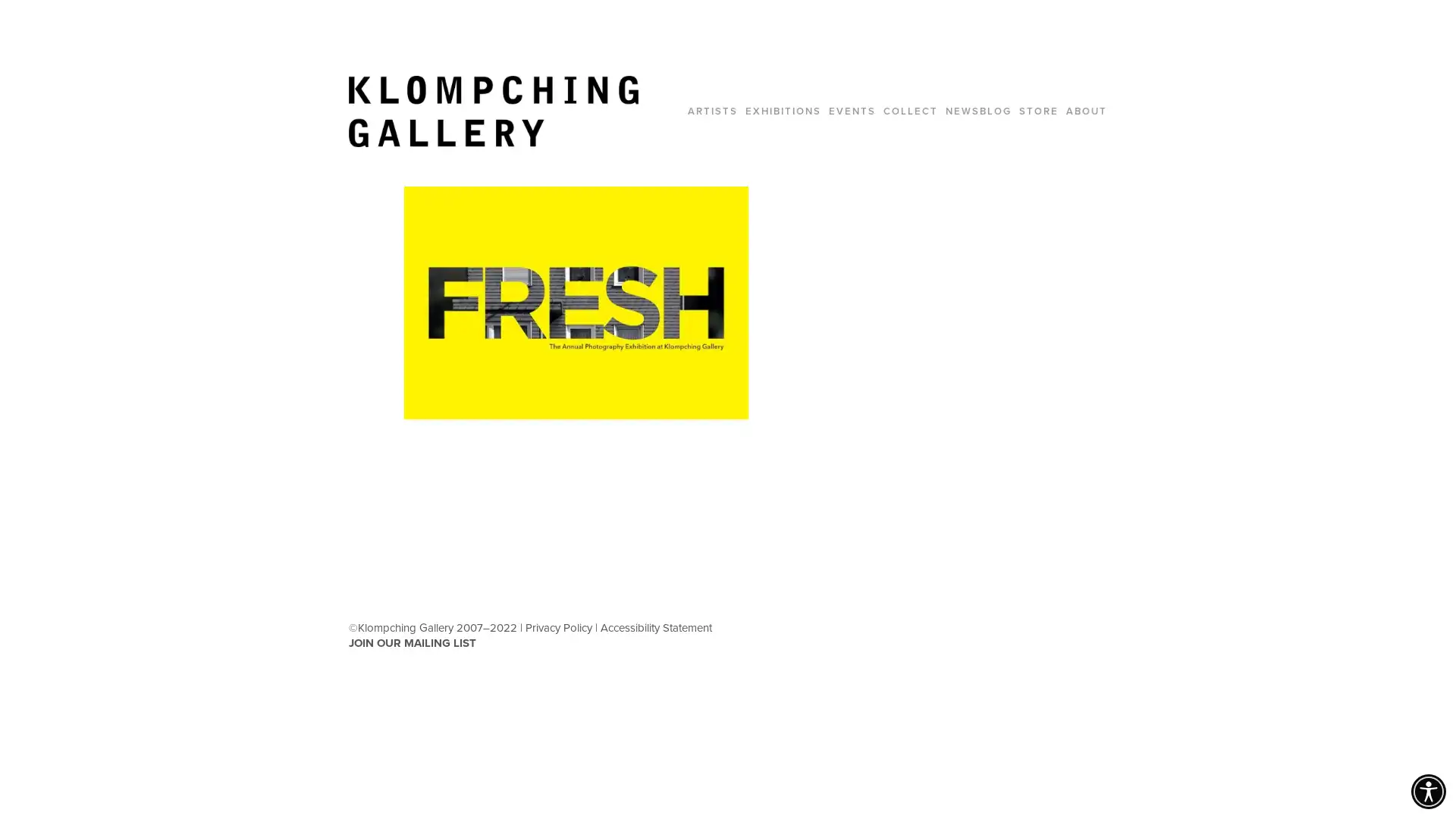 The width and height of the screenshot is (1456, 819). I want to click on Close, so click(995, 234).